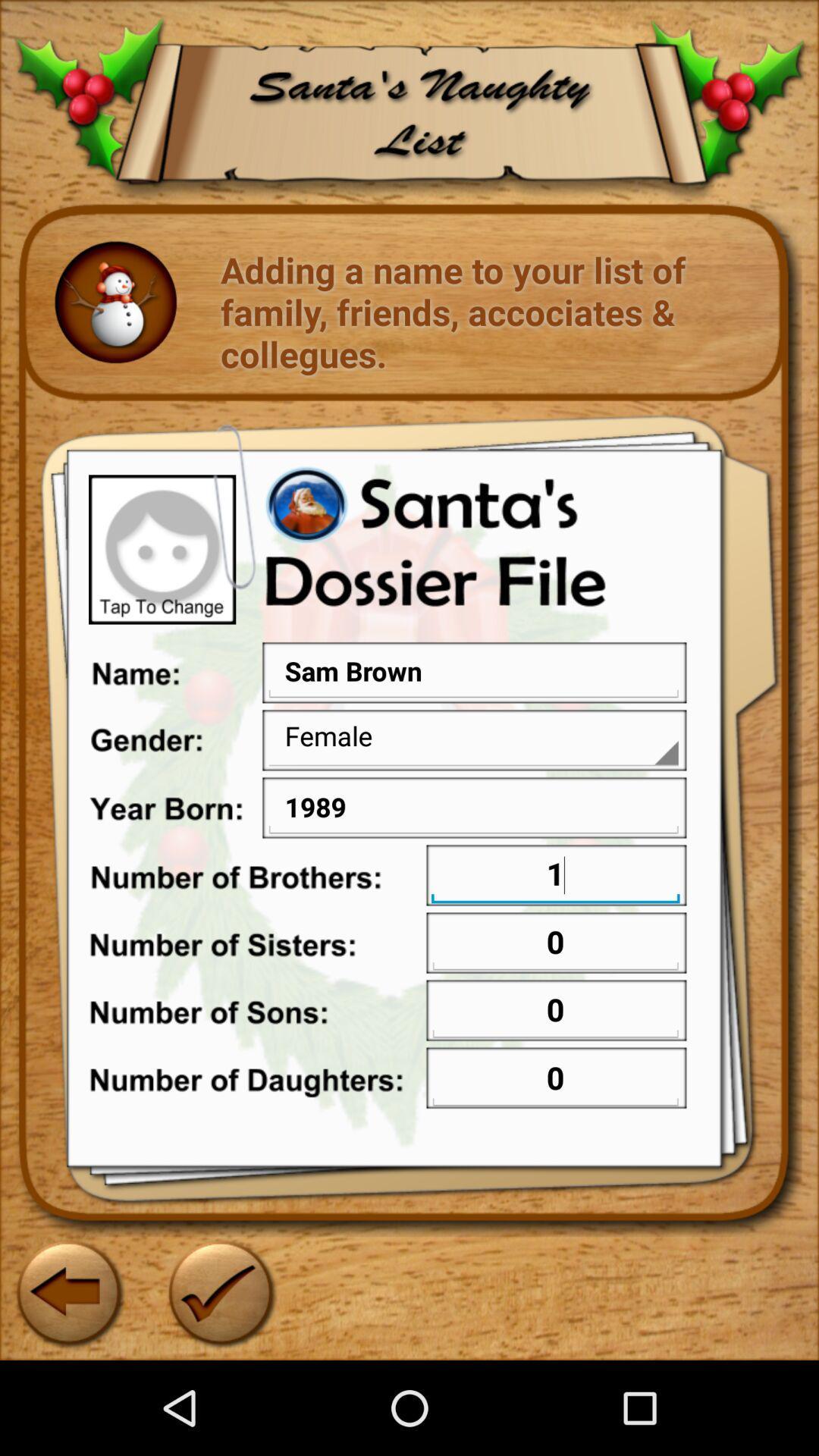 Image resolution: width=819 pixels, height=1456 pixels. What do you see at coordinates (555, 1012) in the screenshot?
I see `0 above 0` at bounding box center [555, 1012].